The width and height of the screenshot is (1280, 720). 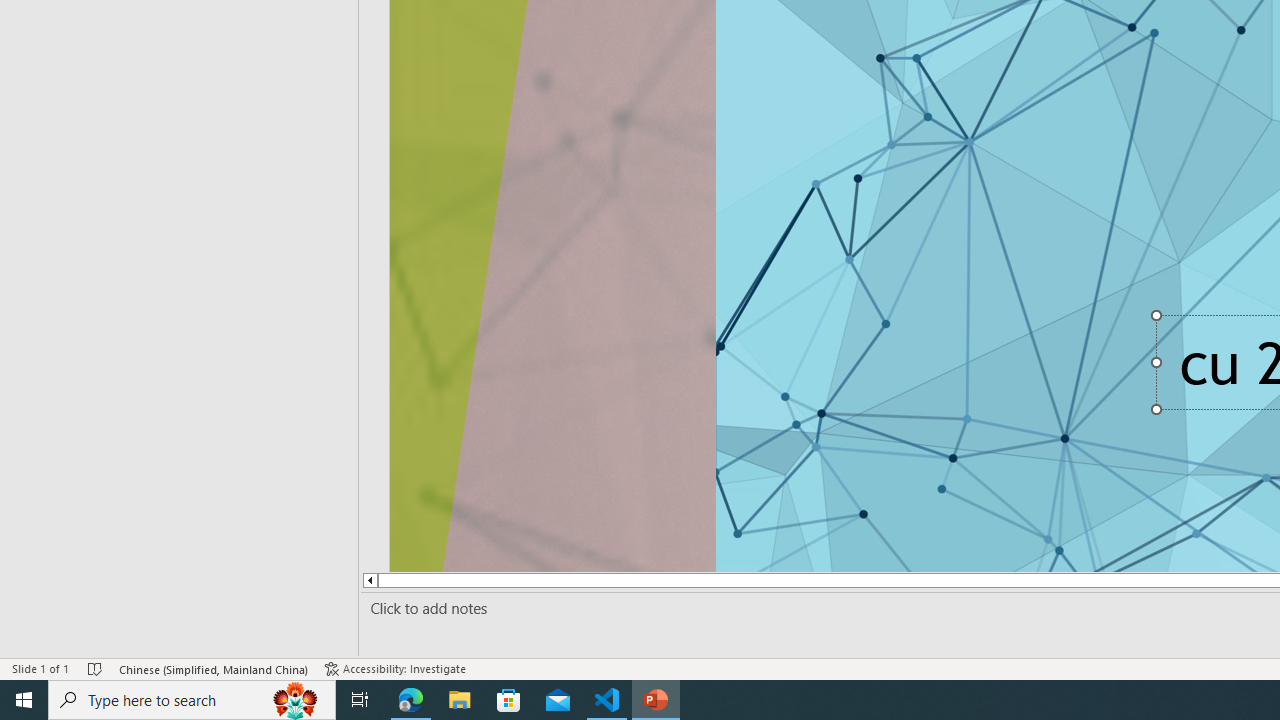 I want to click on 'Spell Check No Errors', so click(x=95, y=669).